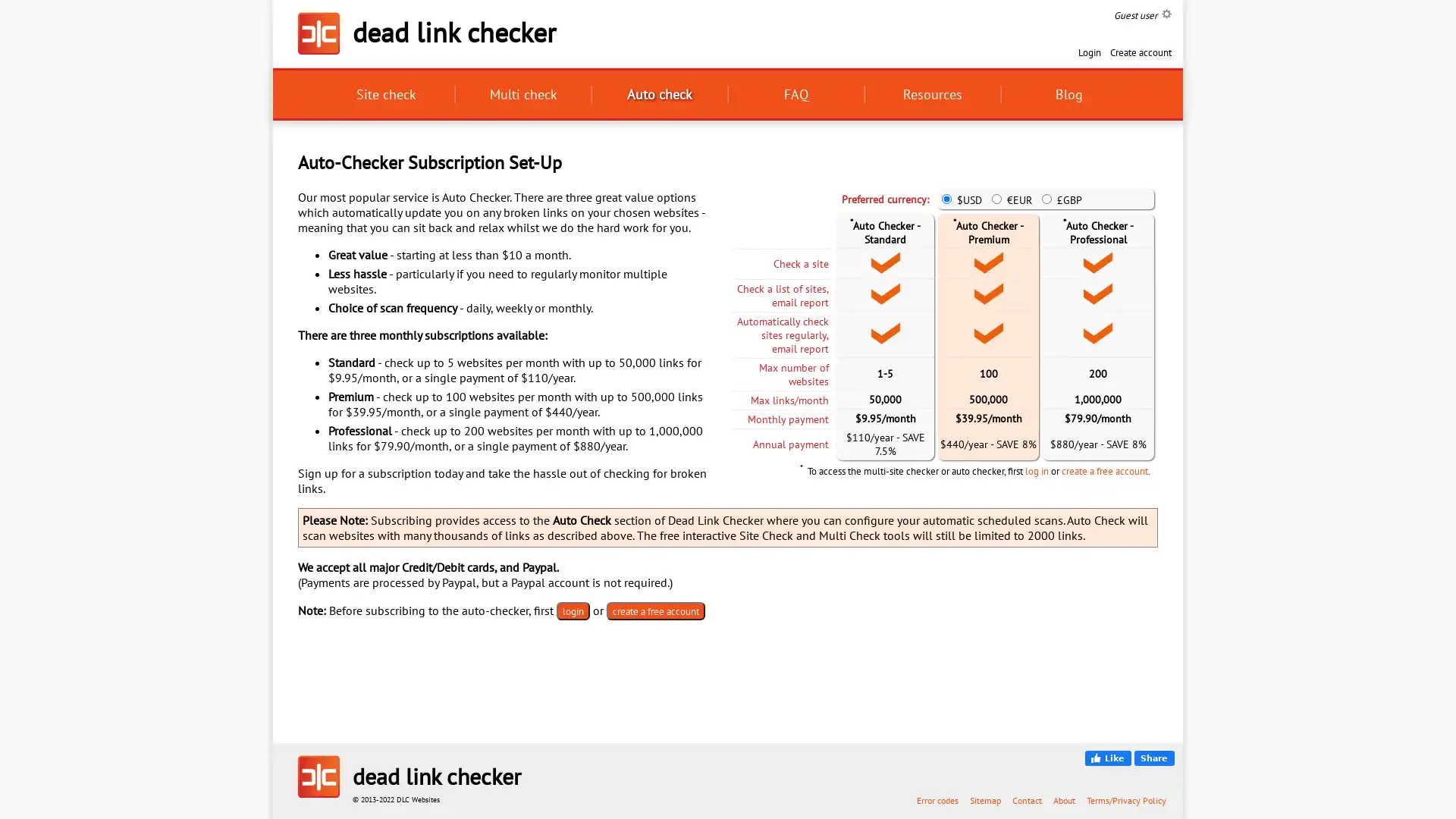  I want to click on create a free account, so click(655, 610).